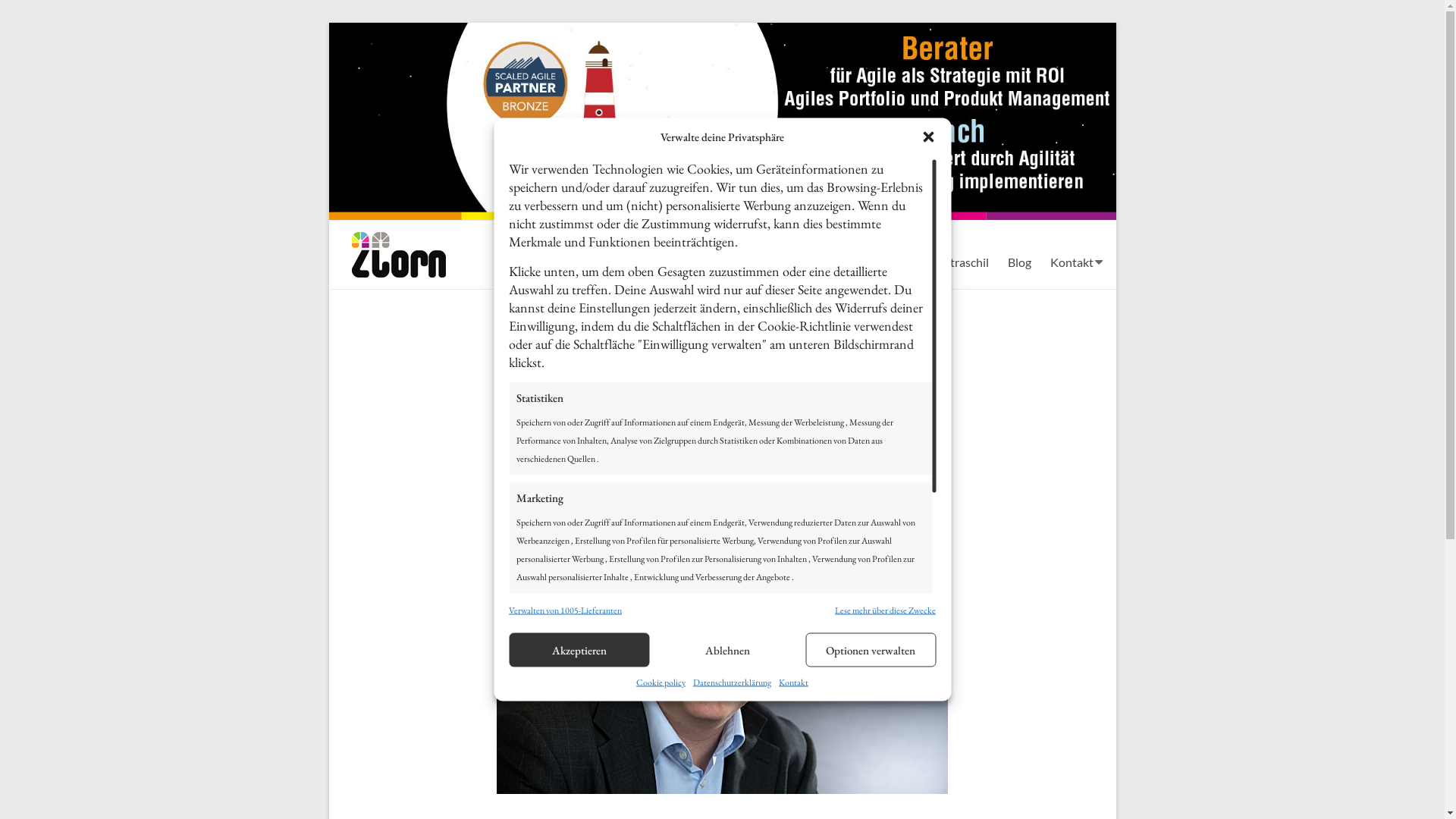  I want to click on 'Optionen verwalten', so click(870, 648).